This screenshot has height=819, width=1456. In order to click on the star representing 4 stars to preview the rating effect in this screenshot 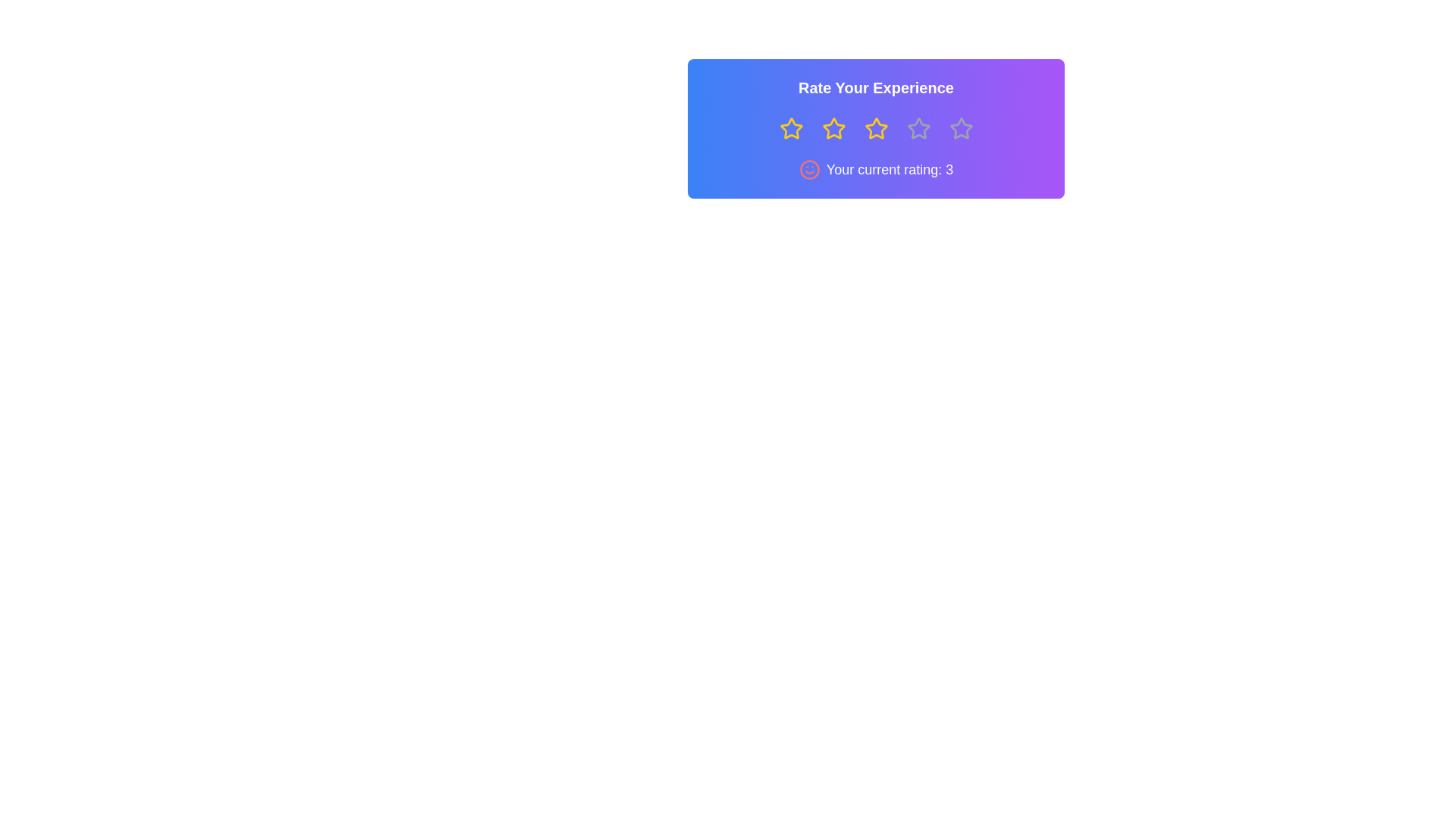, I will do `click(918, 127)`.